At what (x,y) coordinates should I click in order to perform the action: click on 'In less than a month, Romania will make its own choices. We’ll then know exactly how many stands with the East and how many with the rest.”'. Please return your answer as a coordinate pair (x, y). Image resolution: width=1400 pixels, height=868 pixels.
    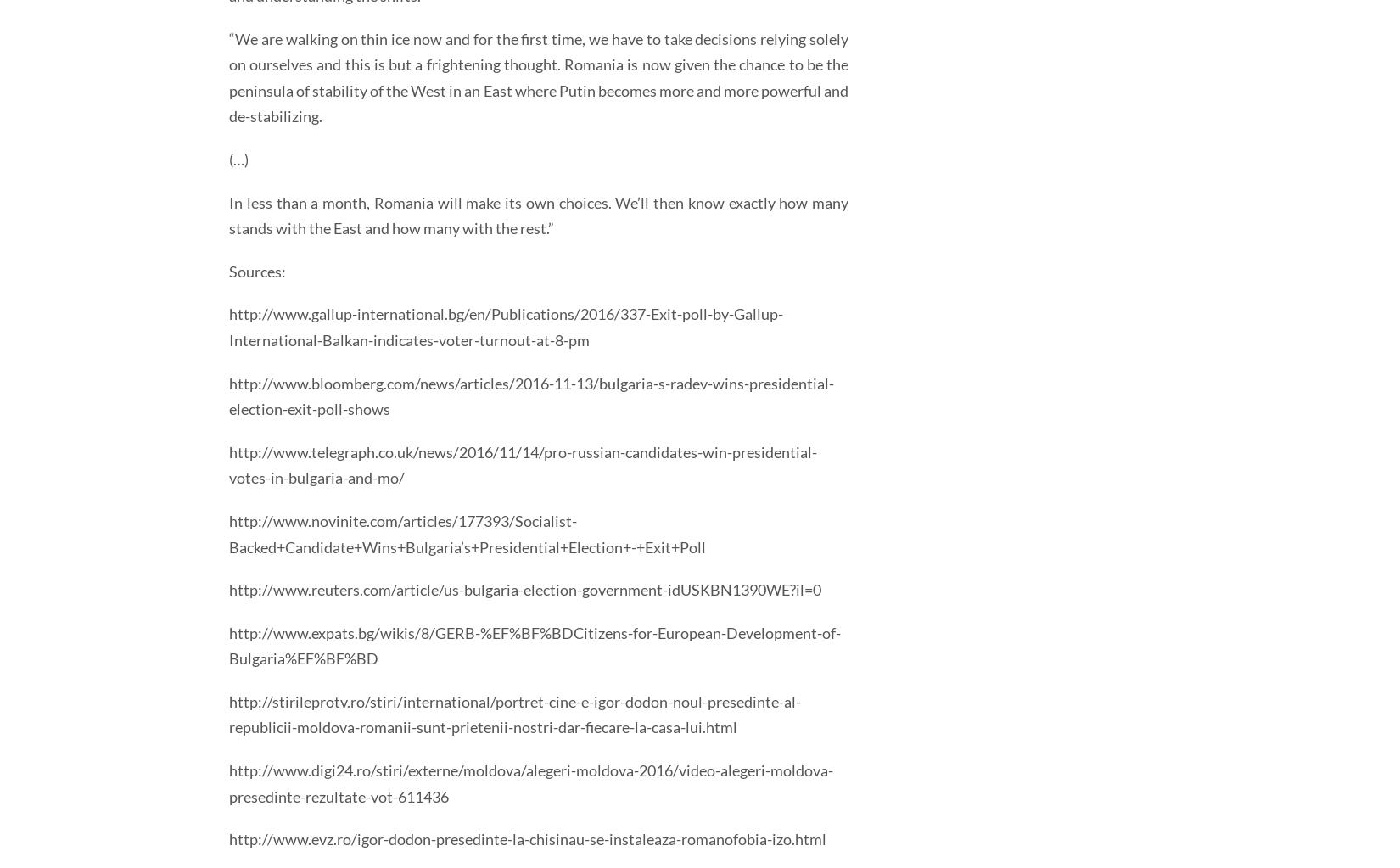
    Looking at the image, I should click on (537, 215).